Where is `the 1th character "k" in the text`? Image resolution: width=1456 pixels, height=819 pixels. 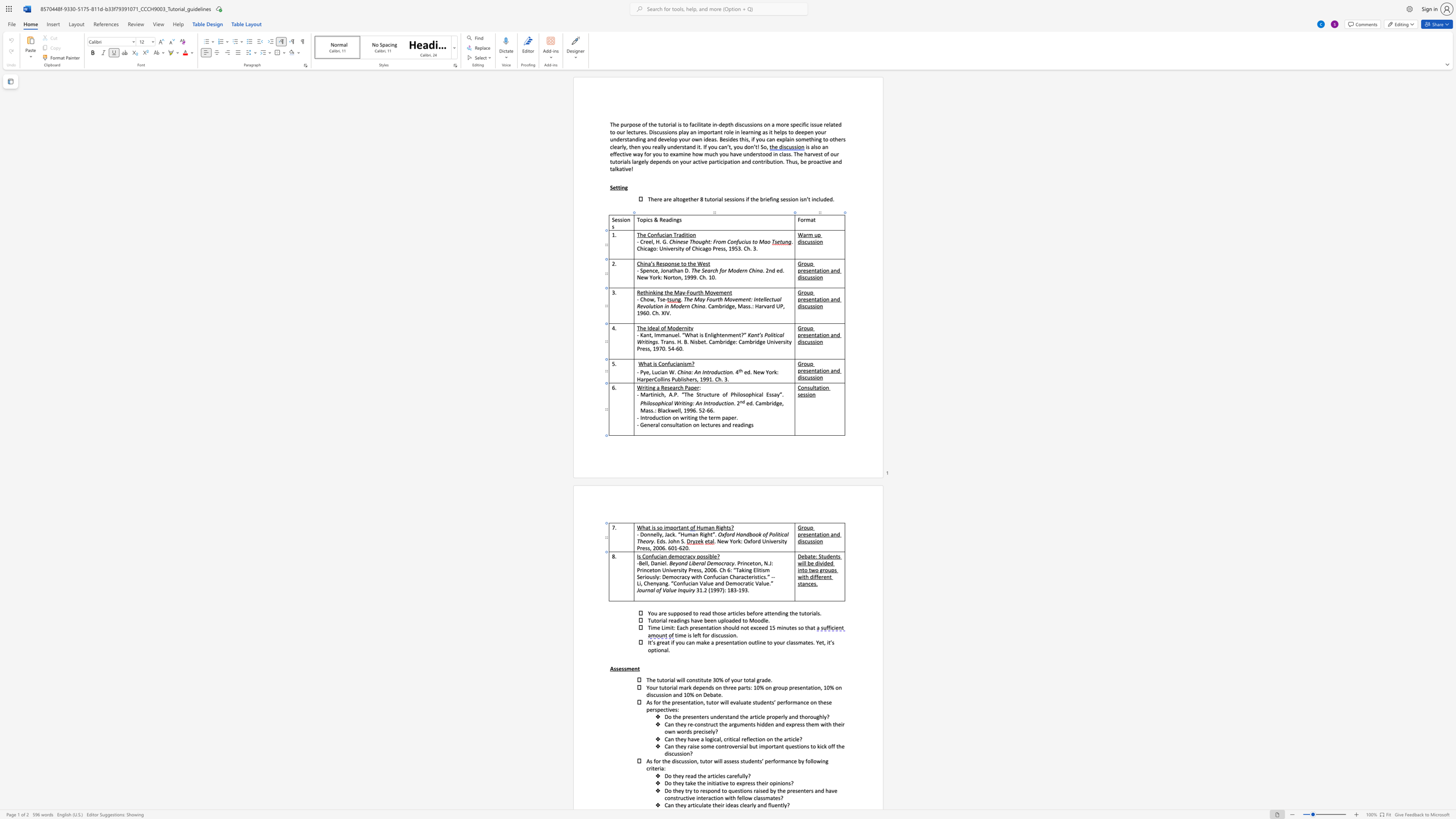 the 1th character "k" in the text is located at coordinates (760, 534).